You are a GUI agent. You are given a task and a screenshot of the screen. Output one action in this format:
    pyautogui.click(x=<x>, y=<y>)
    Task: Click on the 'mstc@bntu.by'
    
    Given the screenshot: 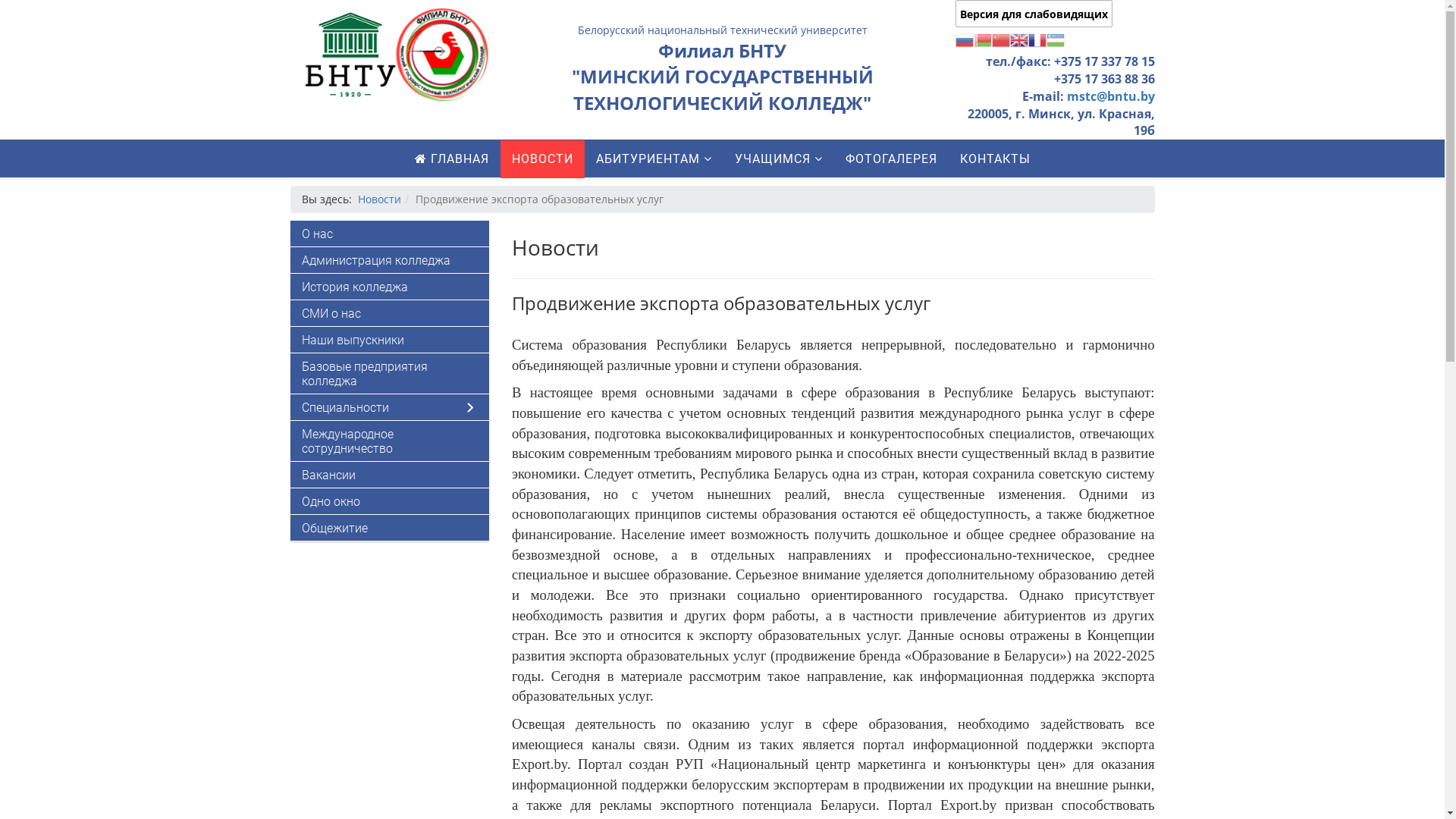 What is the action you would take?
    pyautogui.click(x=1065, y=96)
    